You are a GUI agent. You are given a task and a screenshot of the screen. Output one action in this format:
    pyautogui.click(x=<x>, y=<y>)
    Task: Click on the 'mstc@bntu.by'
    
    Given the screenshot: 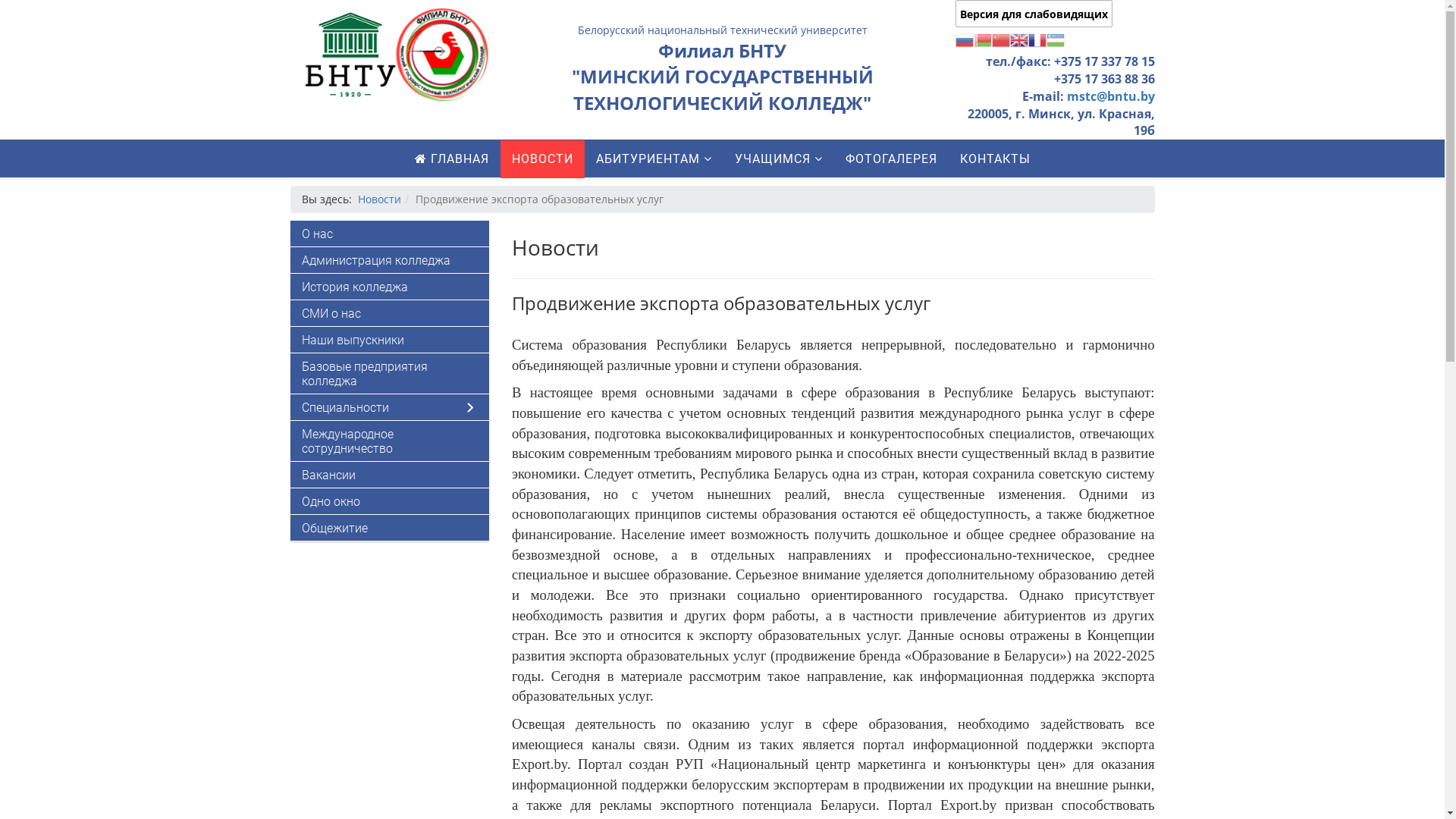 What is the action you would take?
    pyautogui.click(x=1065, y=96)
    